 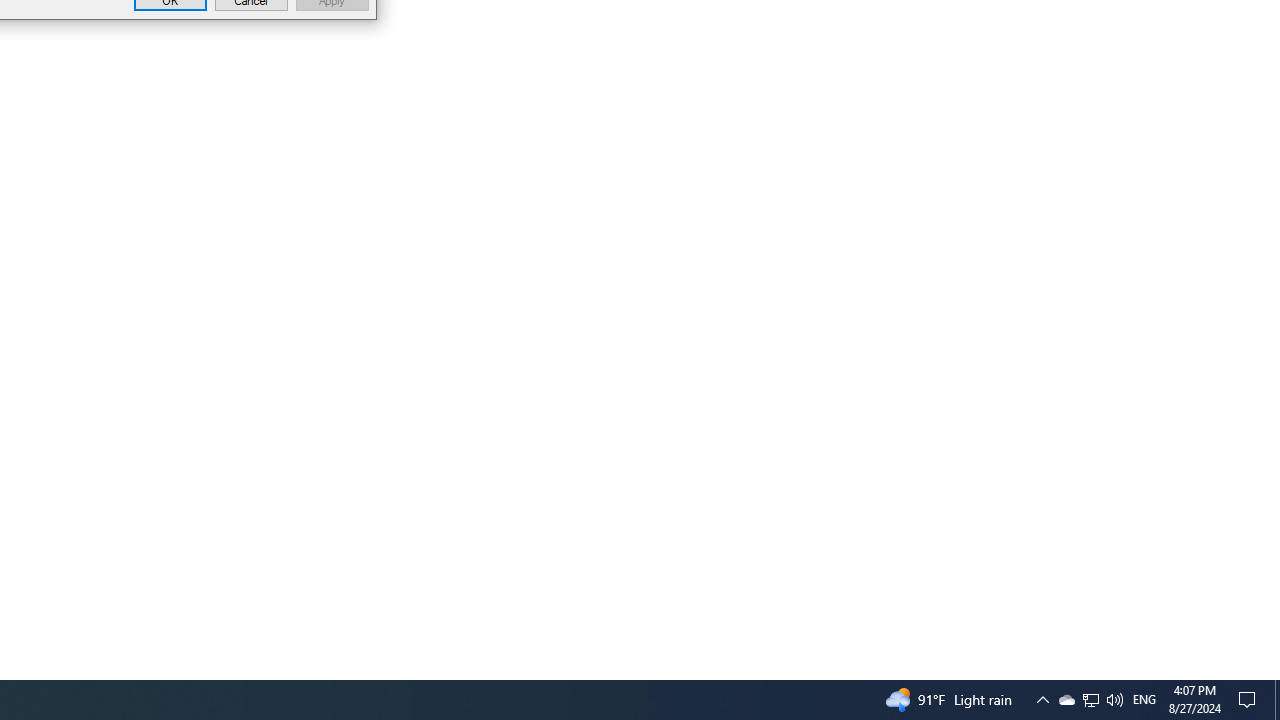 I want to click on 'User Promoted Notification Area', so click(x=1089, y=698).